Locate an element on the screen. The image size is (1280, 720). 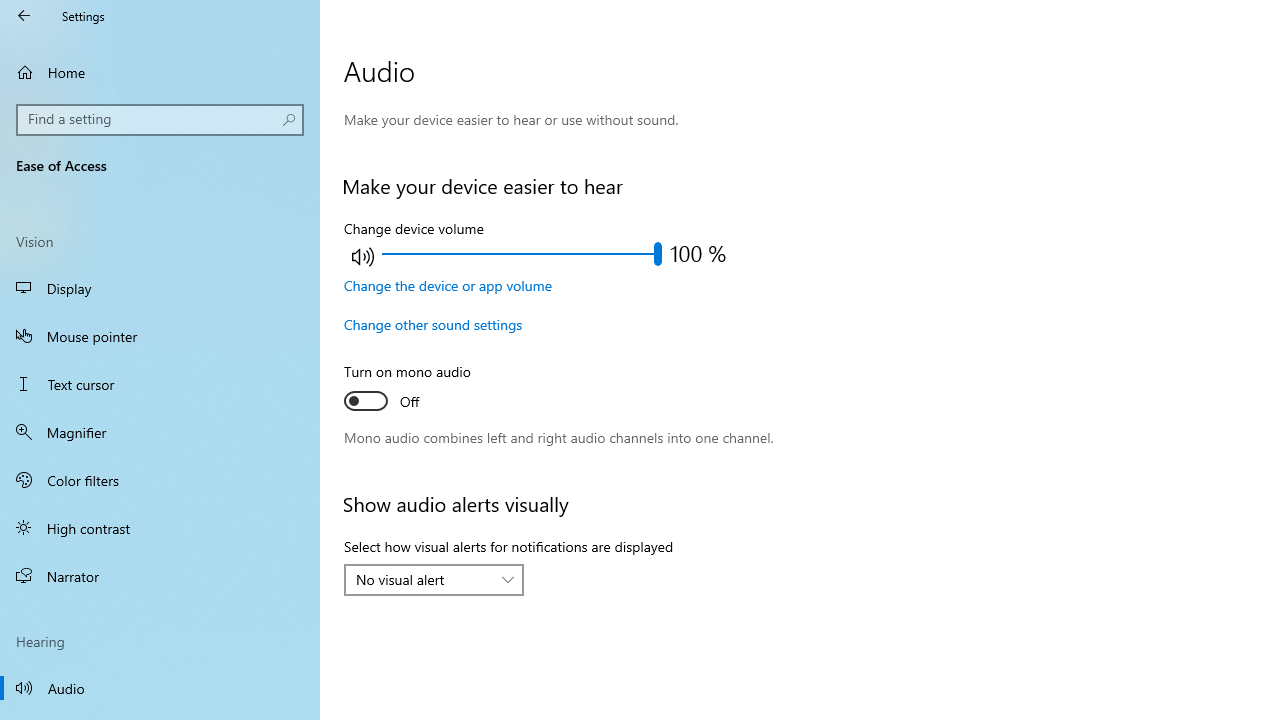
'High contrast' is located at coordinates (160, 527).